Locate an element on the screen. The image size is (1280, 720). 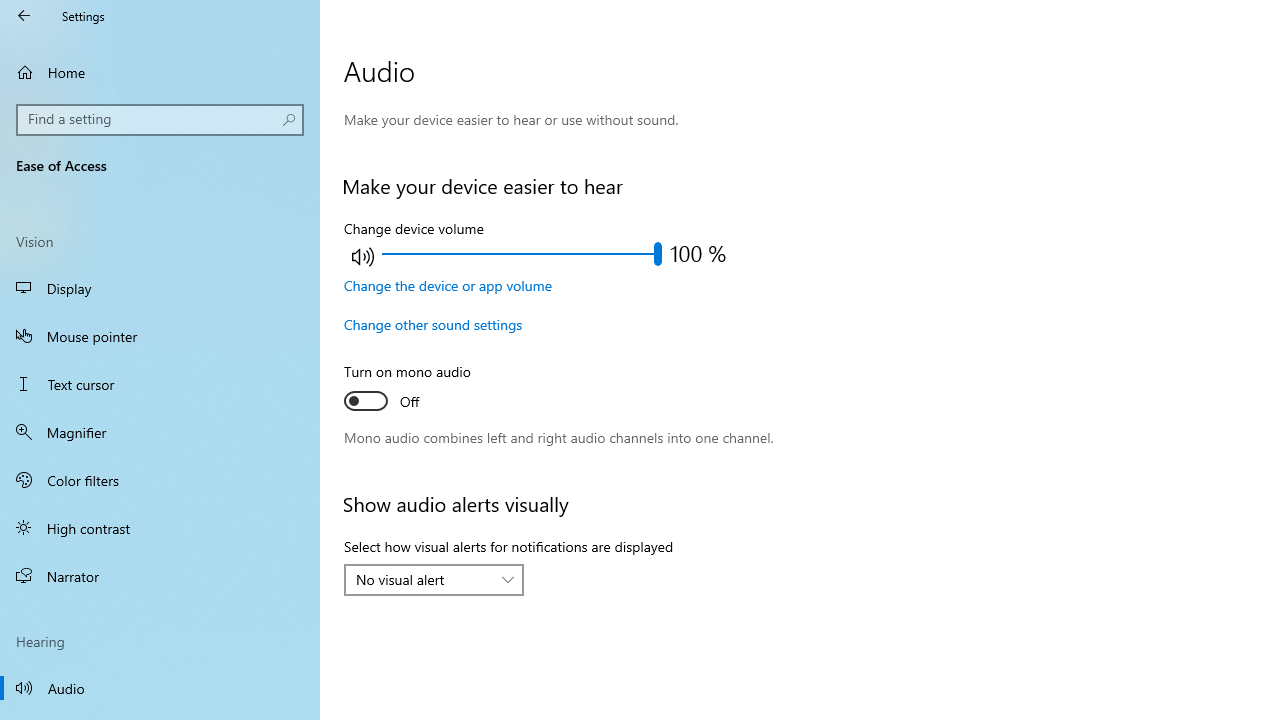
'High contrast' is located at coordinates (160, 527).